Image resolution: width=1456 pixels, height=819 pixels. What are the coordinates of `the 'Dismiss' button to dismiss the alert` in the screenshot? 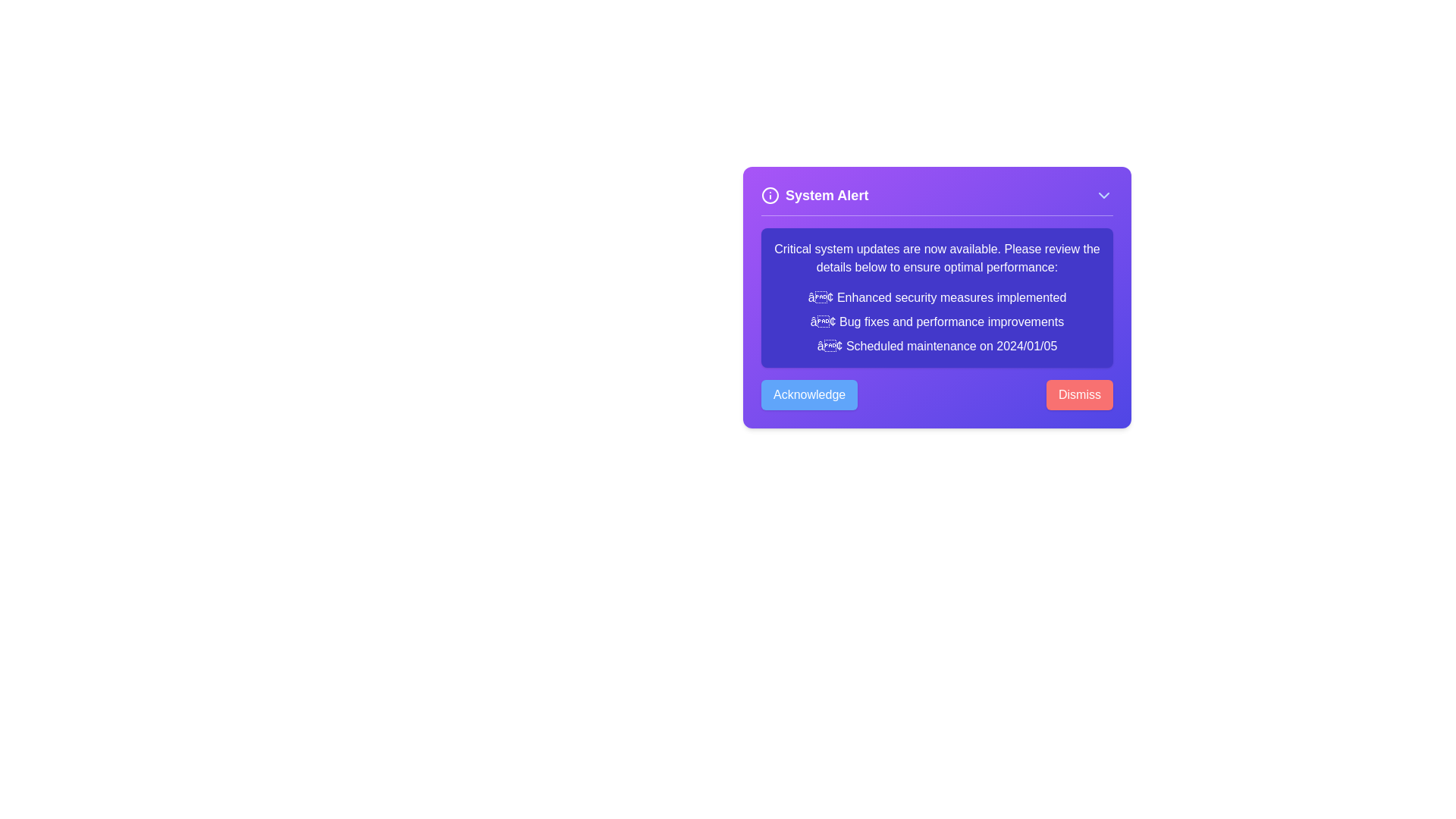 It's located at (1079, 394).